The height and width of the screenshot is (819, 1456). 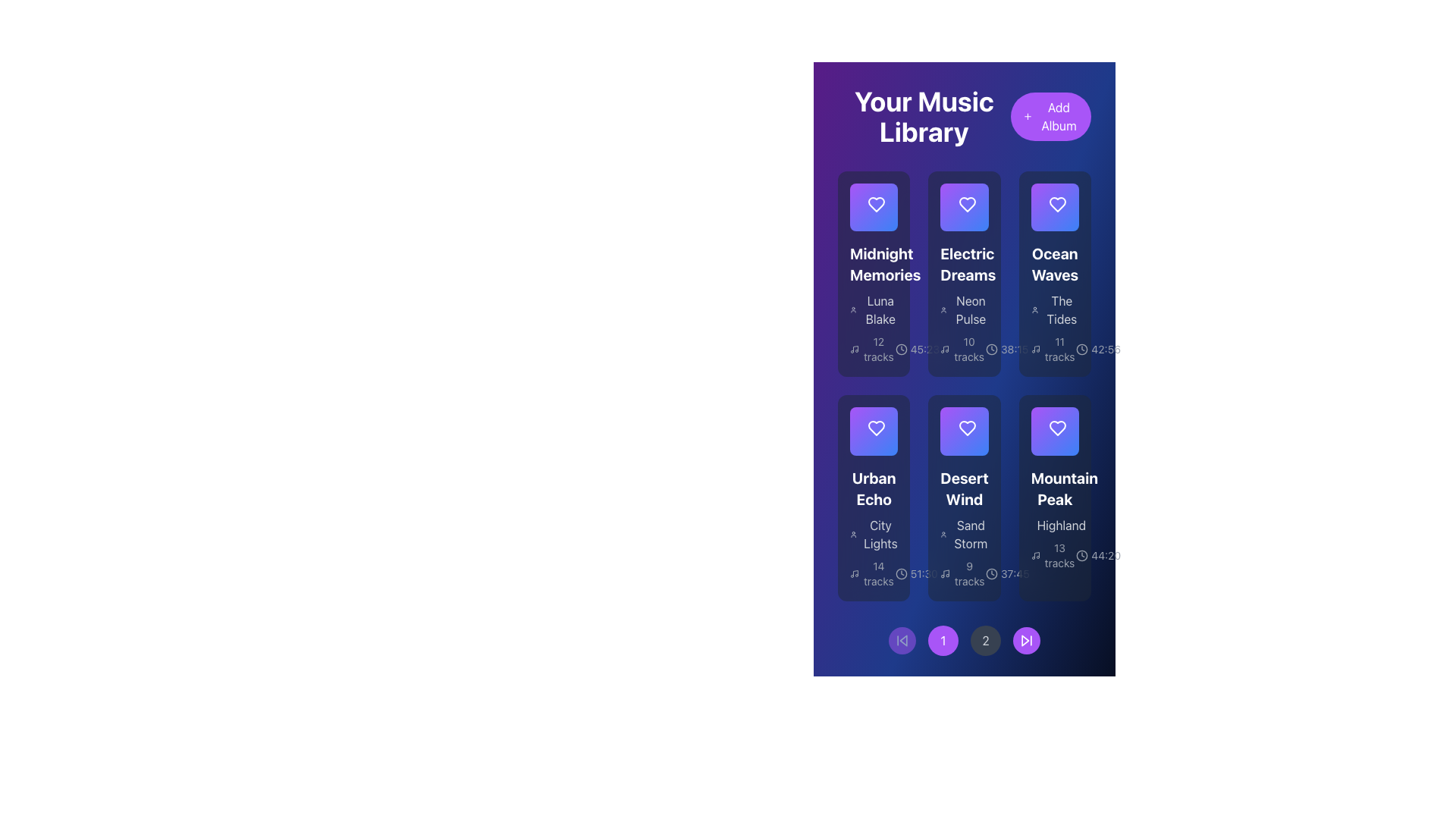 I want to click on the 'Mountain Peak' album card, which features a rounded rectangle layout with a gradient background and displays the title 'Mountain Peak', subtitle 'Highland', along with metadata such as '13 tracks' and '44:20'. It is the sixth element in the grid of the 'Your Music Library' section, so click(x=1054, y=497).